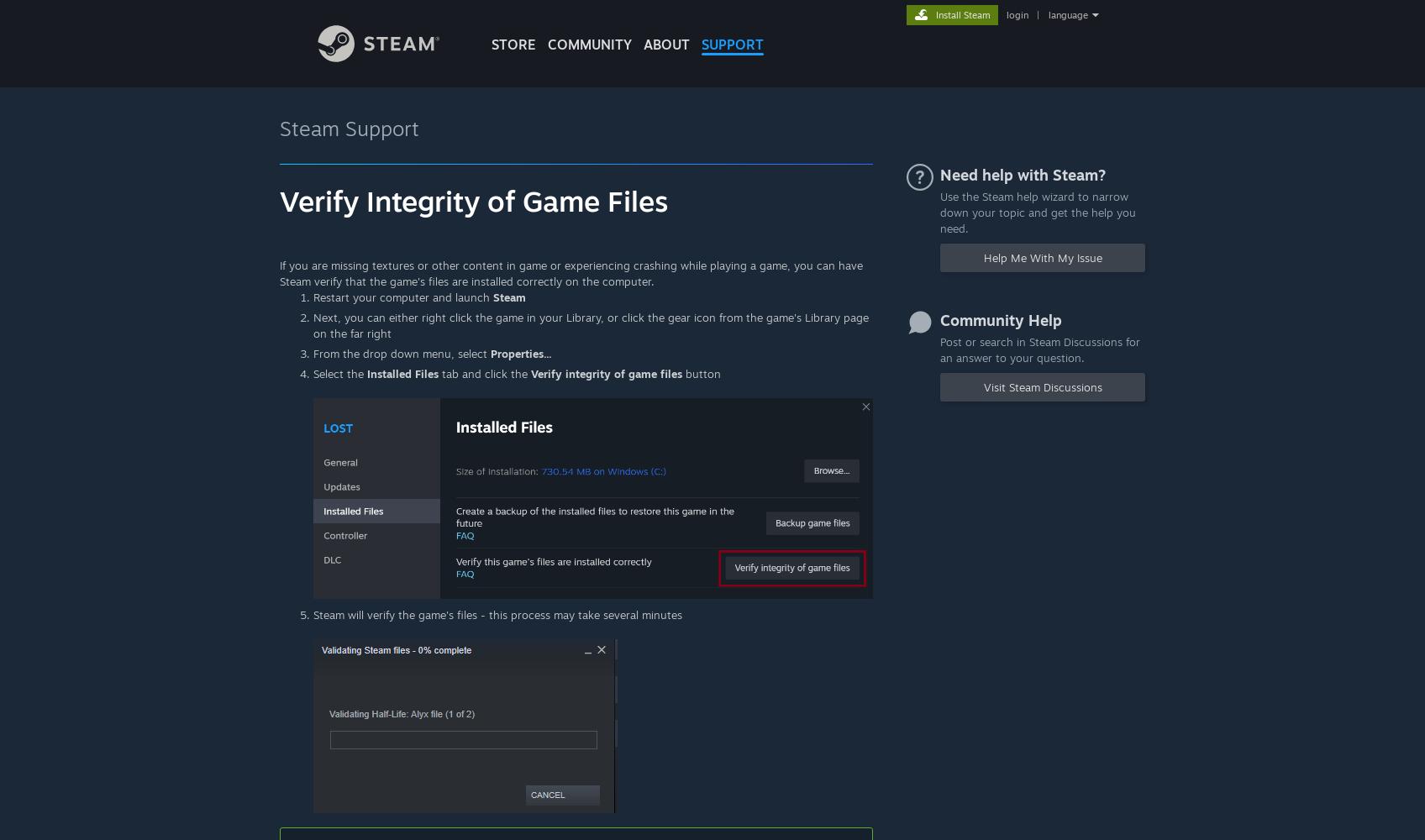  I want to click on 'Steam will verify the game's files - this process may take several minutes', so click(497, 613).